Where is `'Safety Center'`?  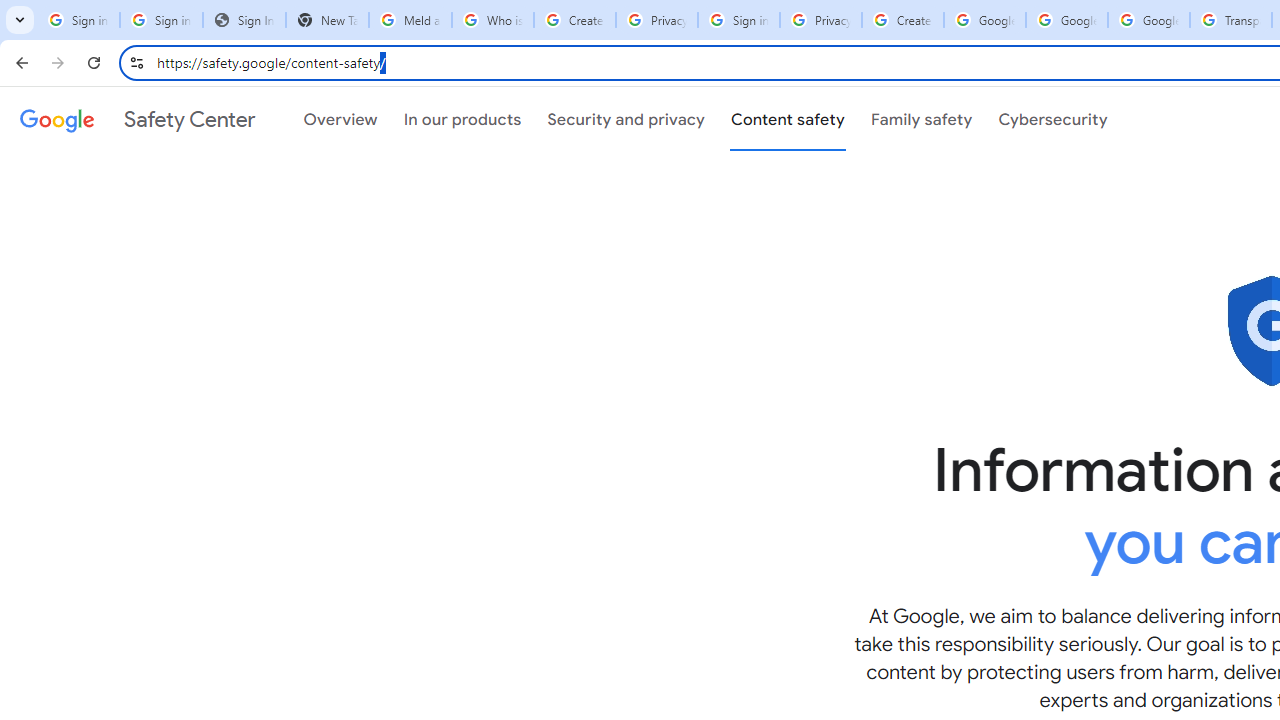
'Safety Center' is located at coordinates (136, 119).